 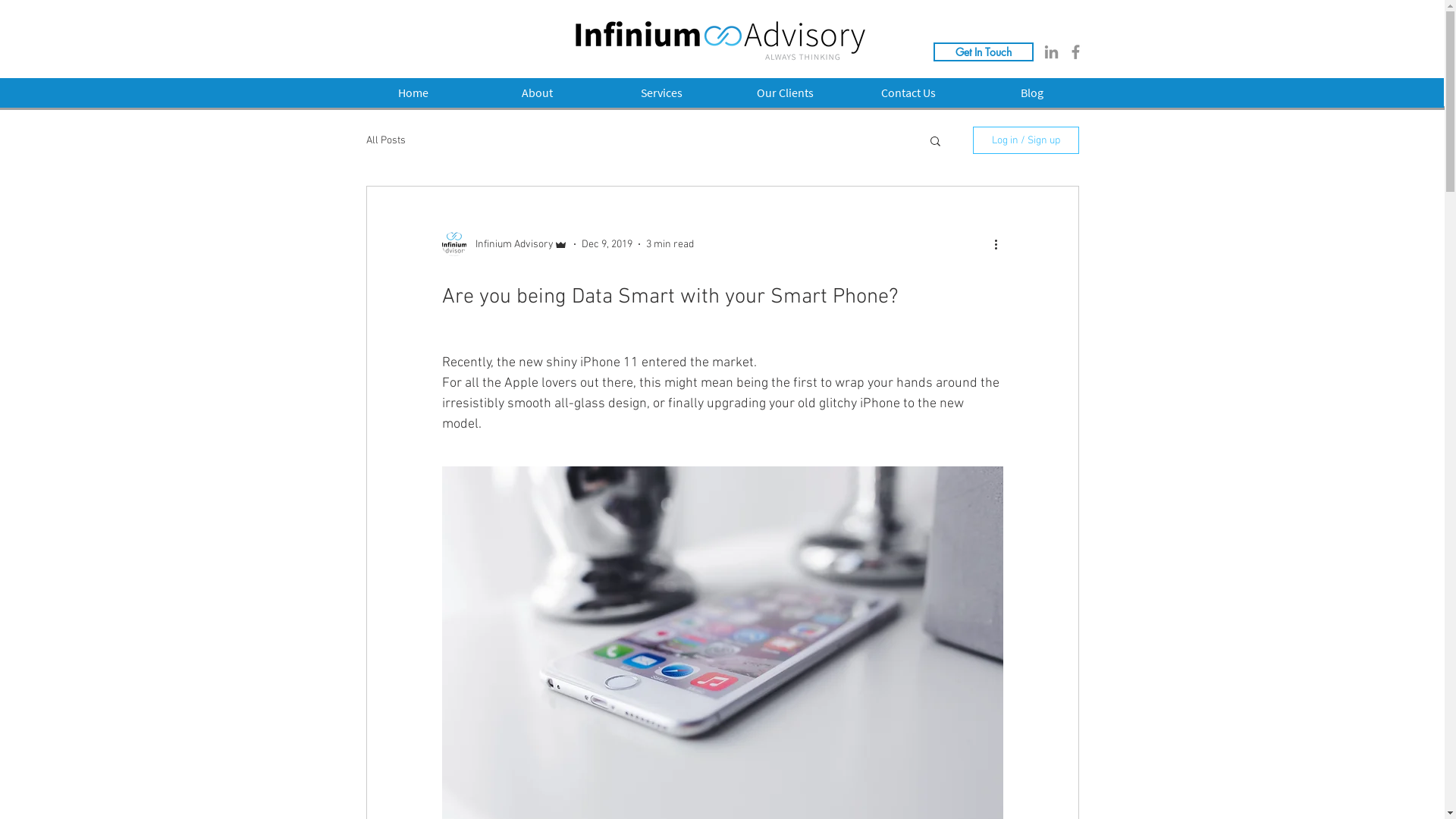 I want to click on 'Services', so click(x=661, y=93).